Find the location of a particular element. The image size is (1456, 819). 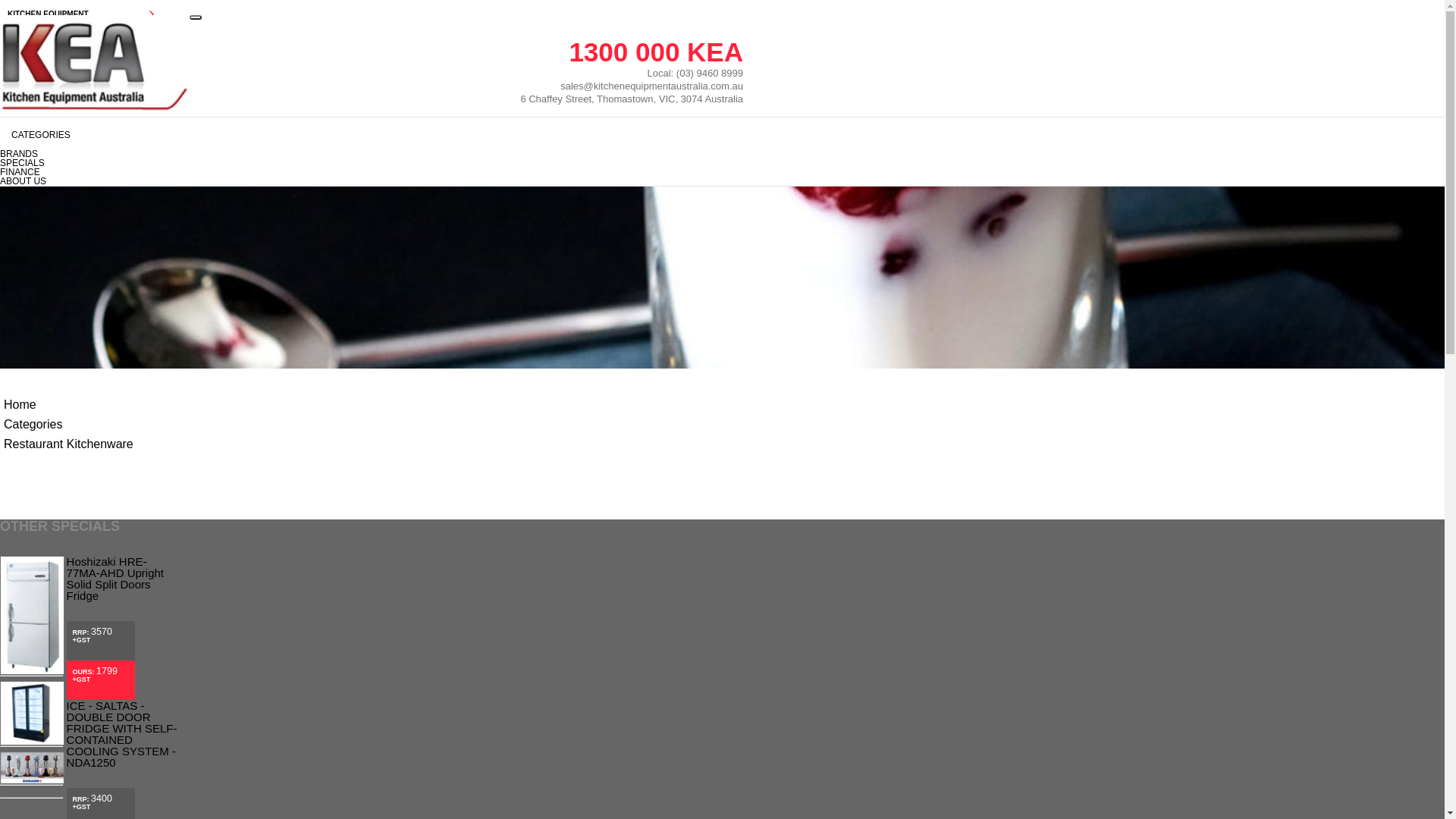

'ABOUT US' is located at coordinates (83, 663).